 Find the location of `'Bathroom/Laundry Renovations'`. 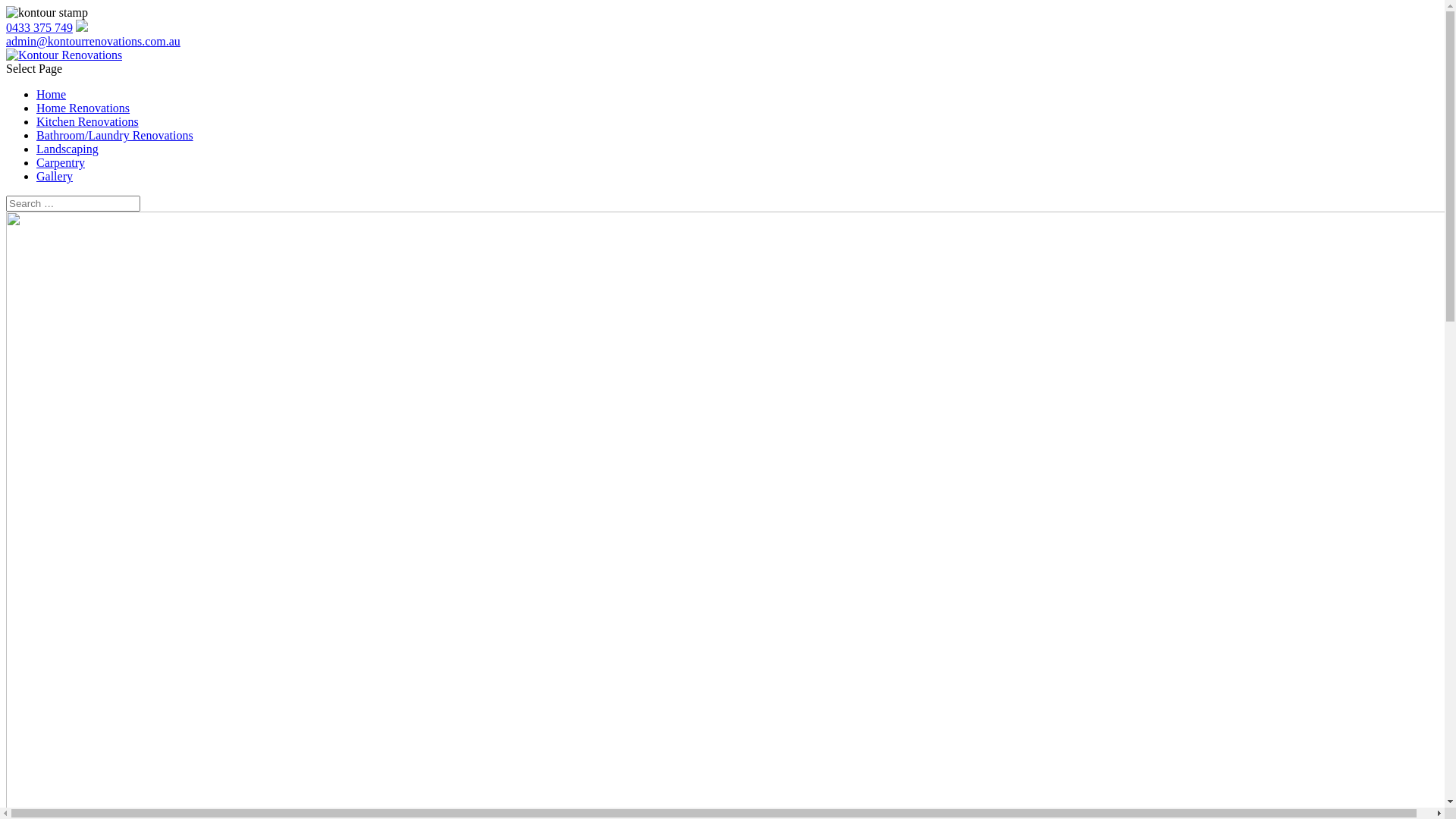

'Bathroom/Laundry Renovations' is located at coordinates (114, 134).